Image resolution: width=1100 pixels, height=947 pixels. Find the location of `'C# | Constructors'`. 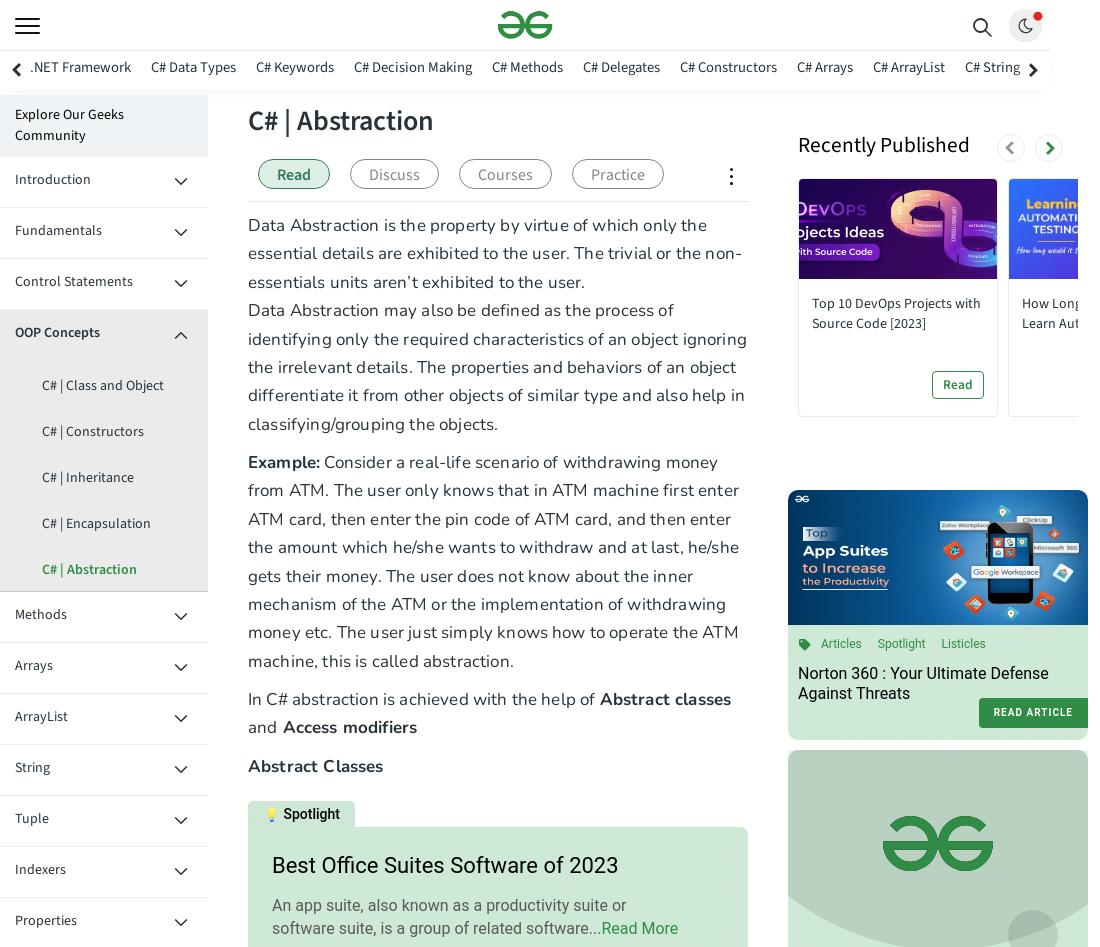

'C# | Constructors' is located at coordinates (92, 432).